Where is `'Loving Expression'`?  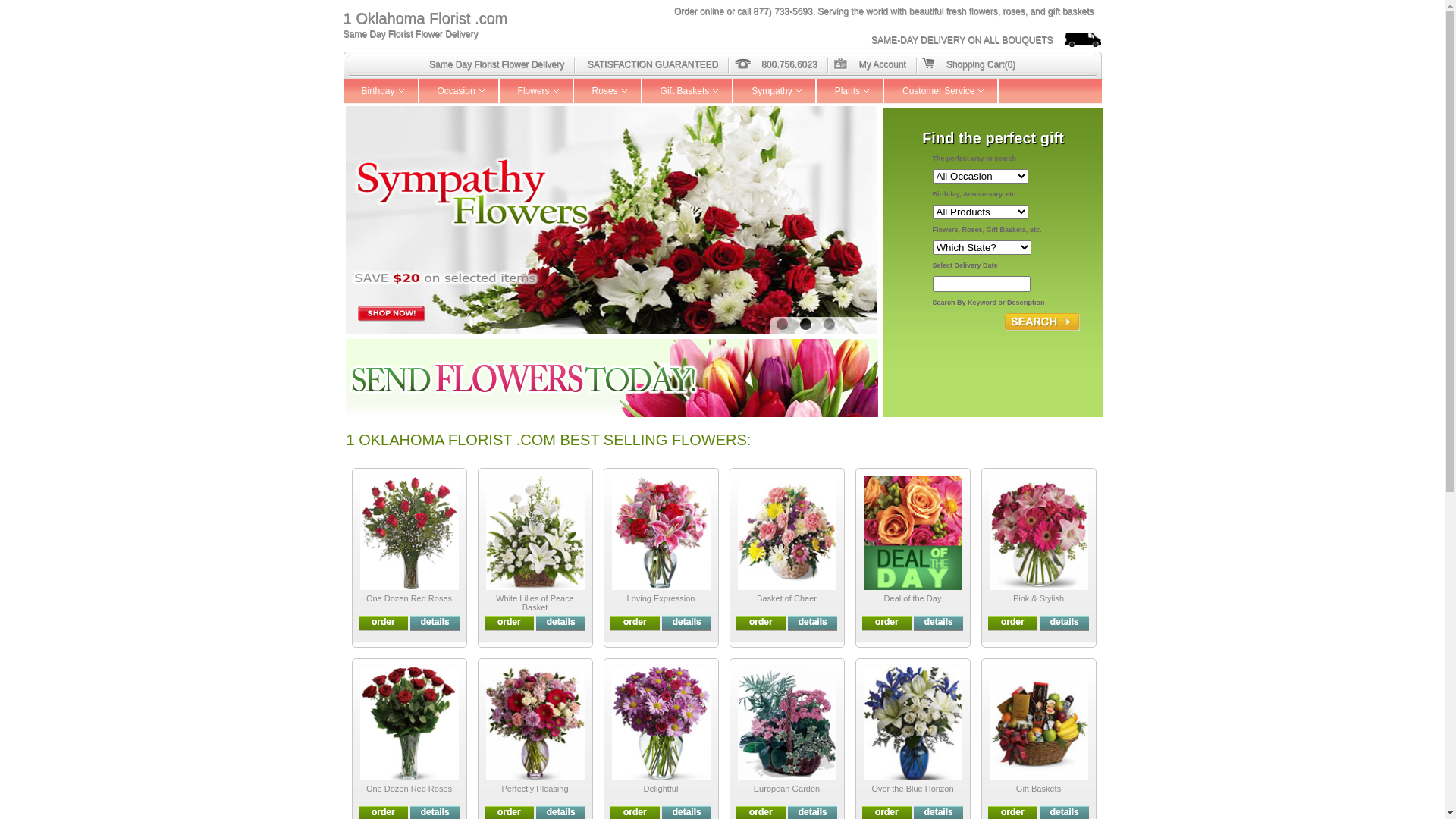 'Loving Expression' is located at coordinates (661, 598).